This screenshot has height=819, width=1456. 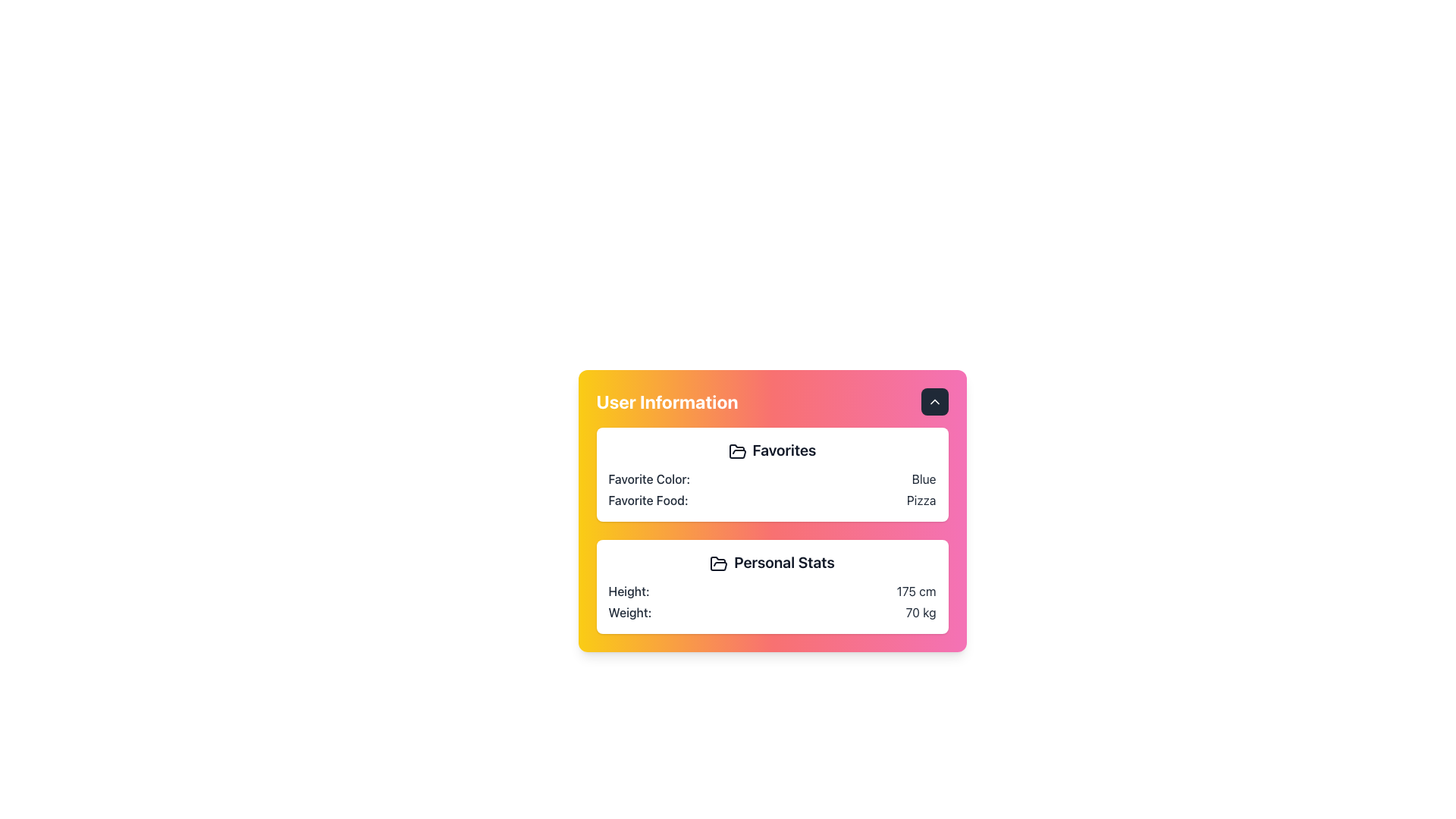 What do you see at coordinates (772, 479) in the screenshot?
I see `the first row of the 'Favorites' section, which displays the user's favorite color` at bounding box center [772, 479].